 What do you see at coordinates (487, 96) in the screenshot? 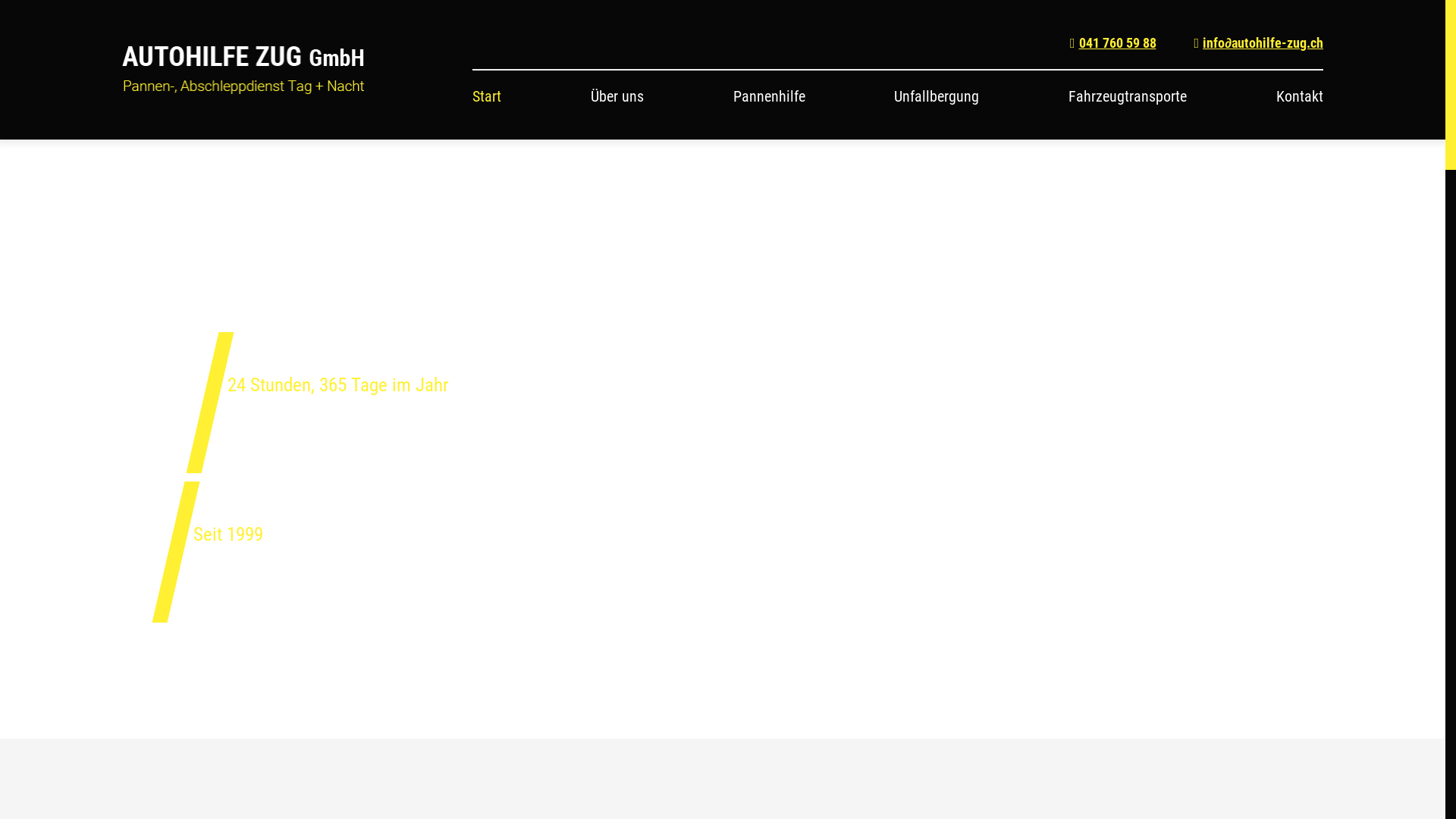
I see `'Start'` at bounding box center [487, 96].